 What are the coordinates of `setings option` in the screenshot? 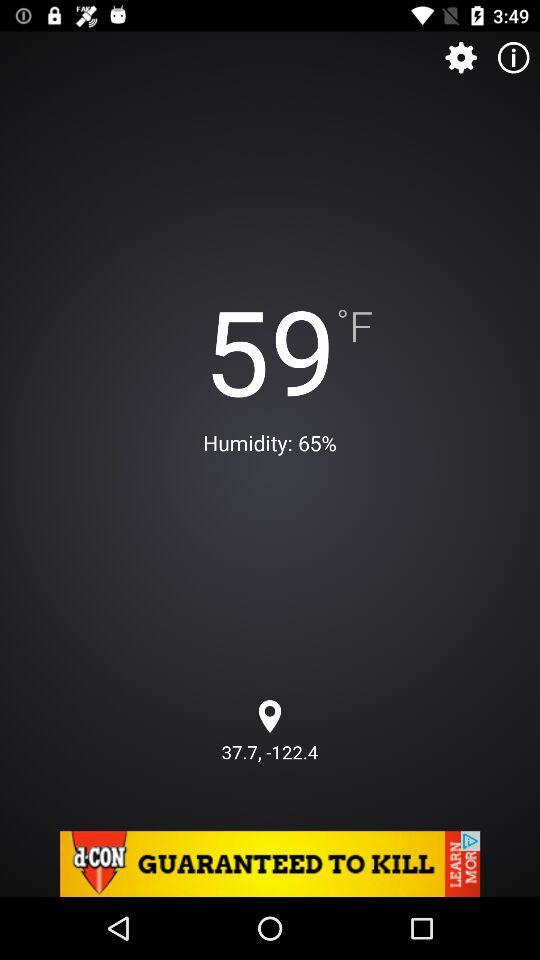 It's located at (461, 56).